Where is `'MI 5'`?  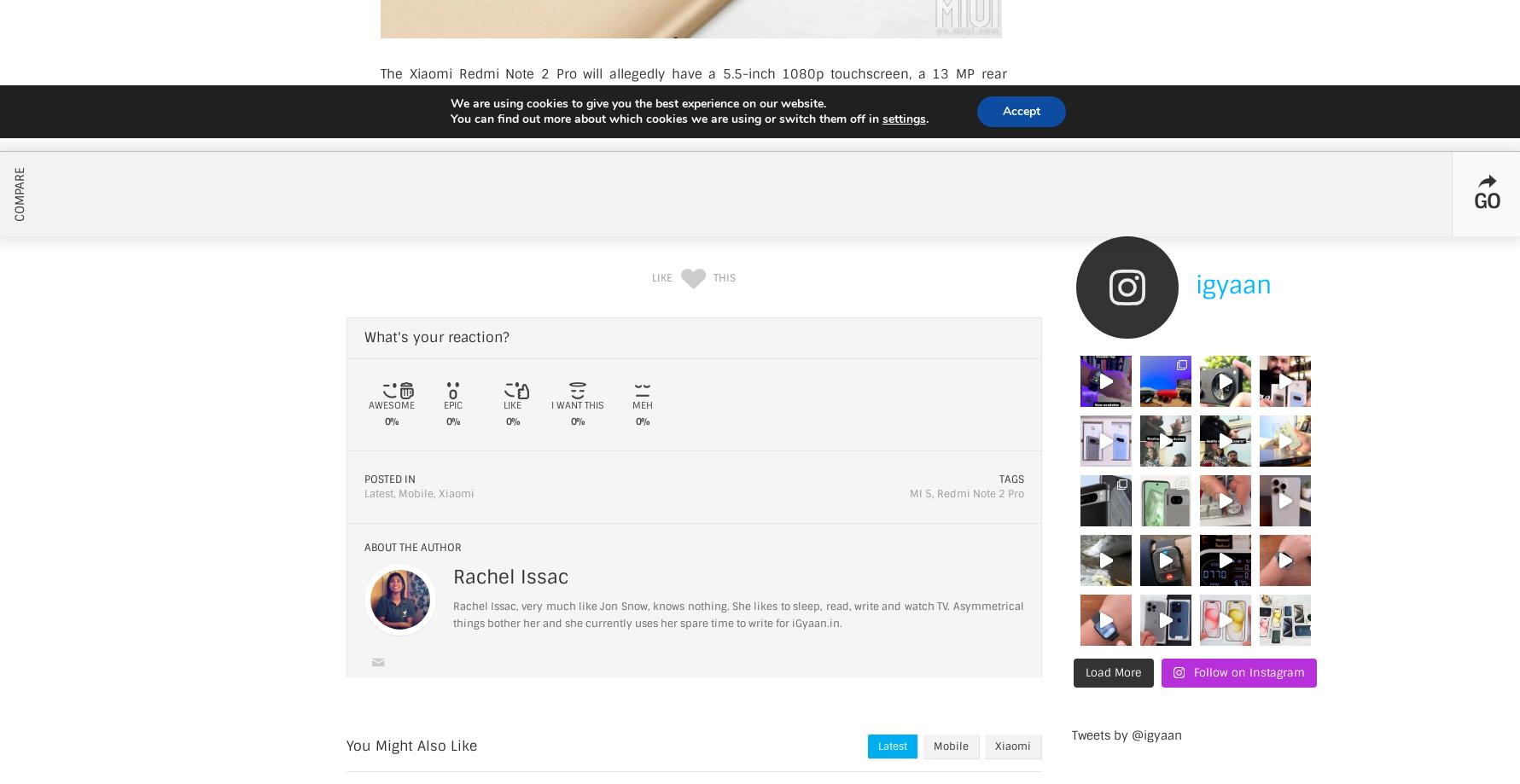
'MI 5' is located at coordinates (908, 492).